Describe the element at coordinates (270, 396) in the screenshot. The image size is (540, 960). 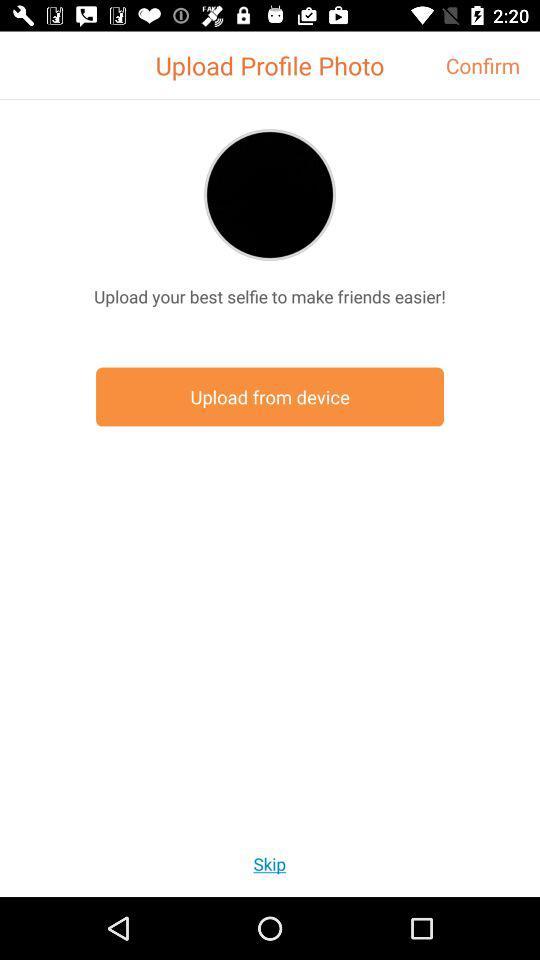
I see `the upload from device` at that location.